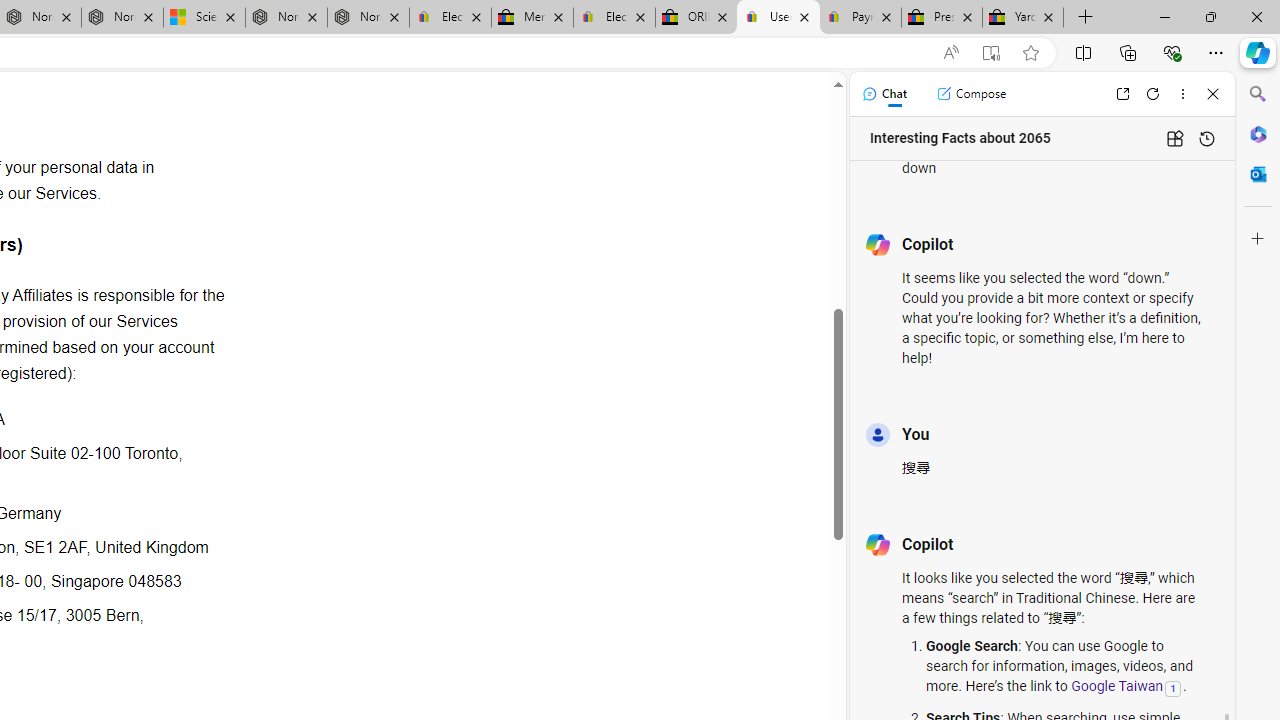  What do you see at coordinates (1164, 16) in the screenshot?
I see `'Minimize'` at bounding box center [1164, 16].